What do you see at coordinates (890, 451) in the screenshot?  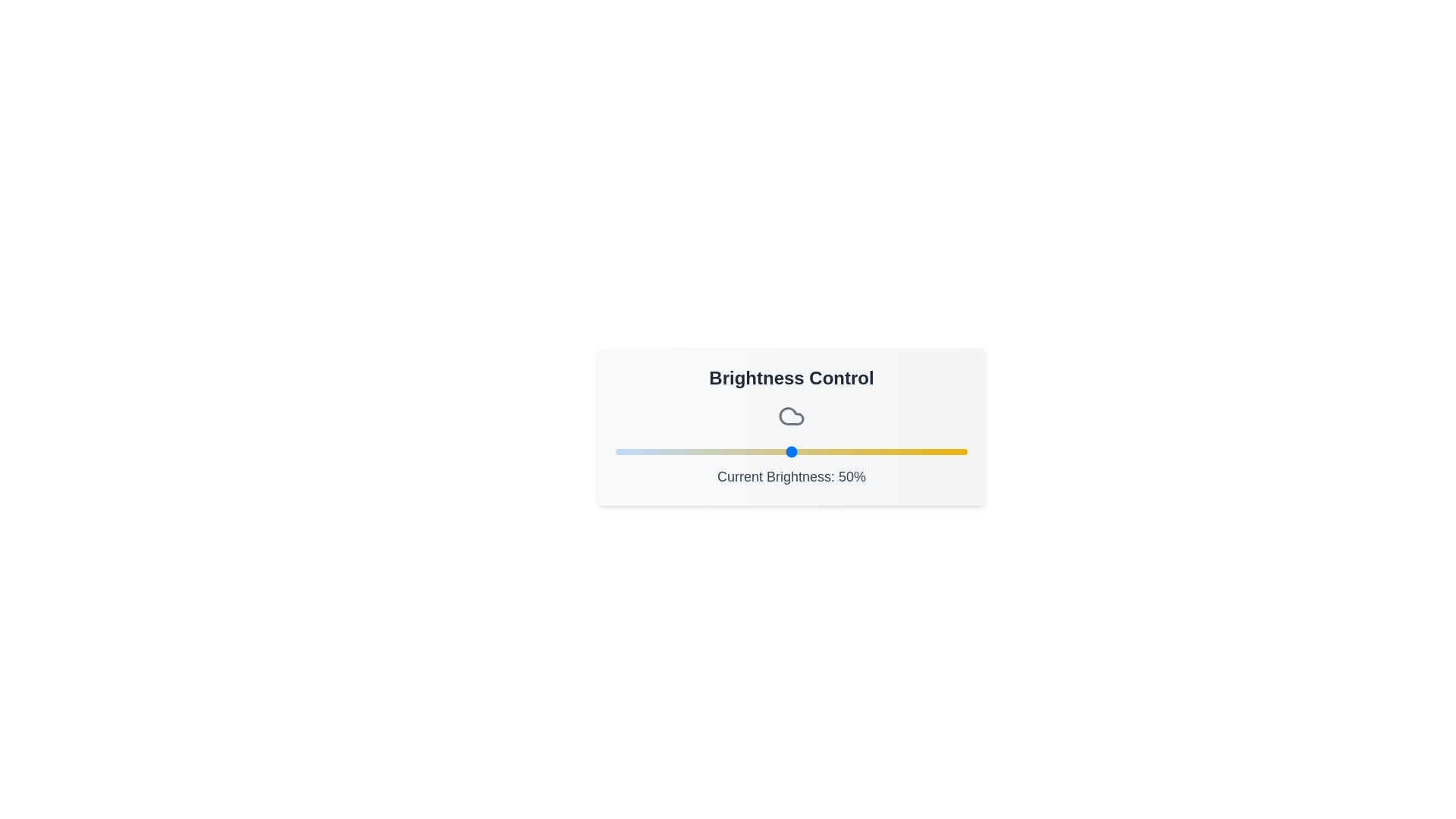 I see `the brightness slider to set the brightness to 78%` at bounding box center [890, 451].